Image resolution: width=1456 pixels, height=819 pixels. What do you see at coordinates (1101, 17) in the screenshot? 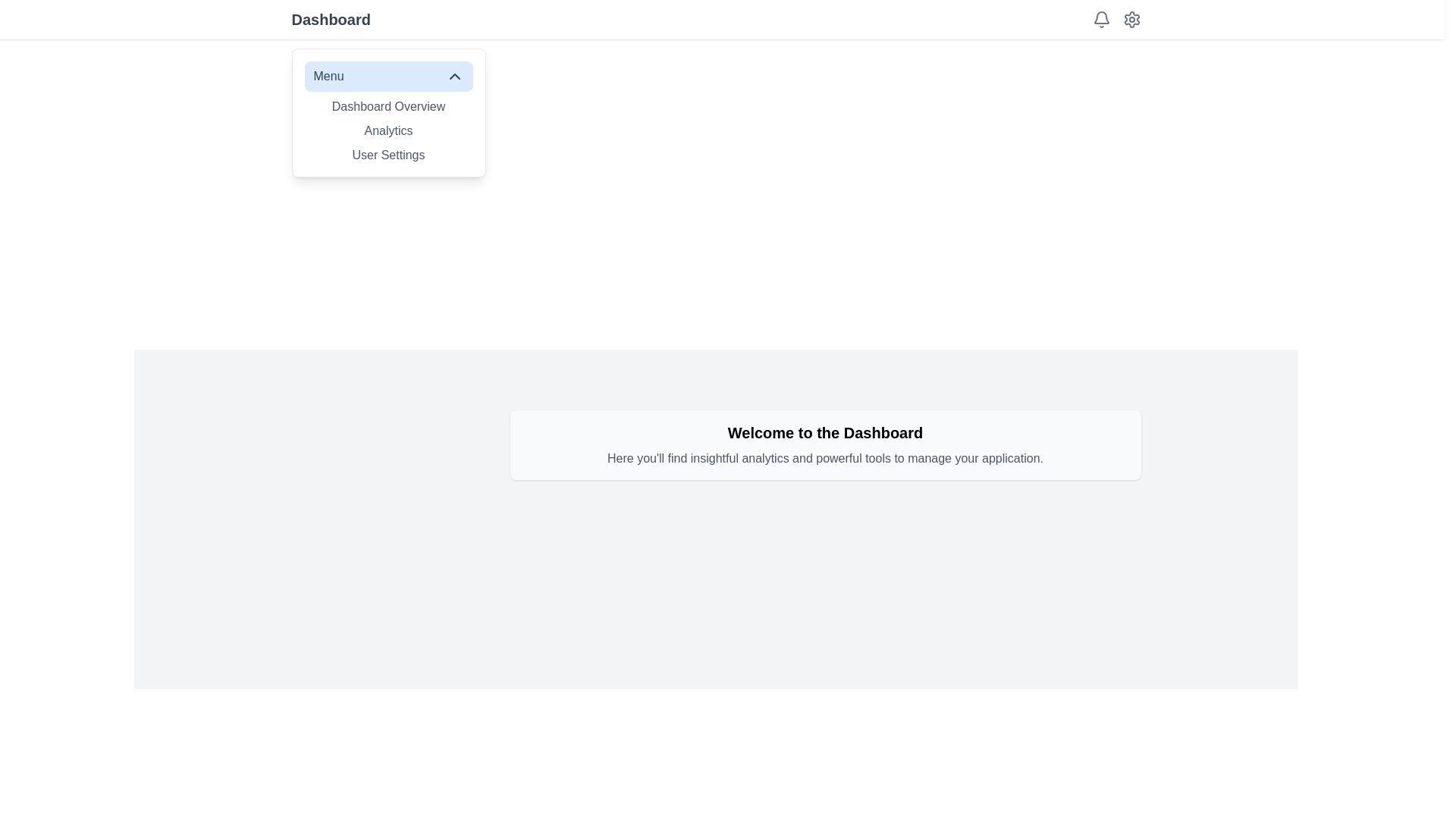
I see `the bell icon used for notifications located at the top-right corner of the interface` at bounding box center [1101, 17].